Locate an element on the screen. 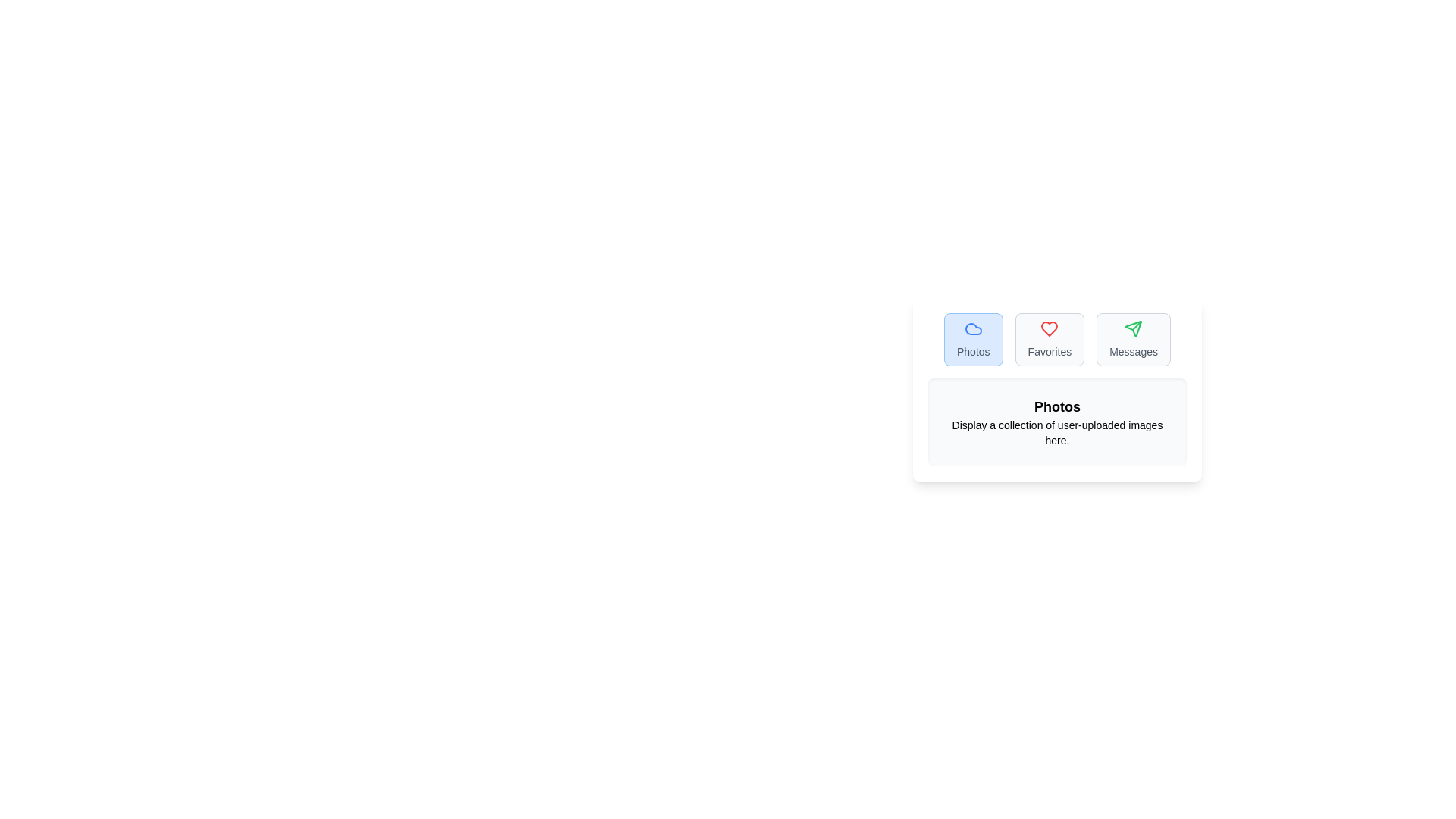 This screenshot has height=819, width=1456. the central part of the heart icon button located between the 'Photos' and 'Messages' buttons at the top of the panel is located at coordinates (1049, 328).